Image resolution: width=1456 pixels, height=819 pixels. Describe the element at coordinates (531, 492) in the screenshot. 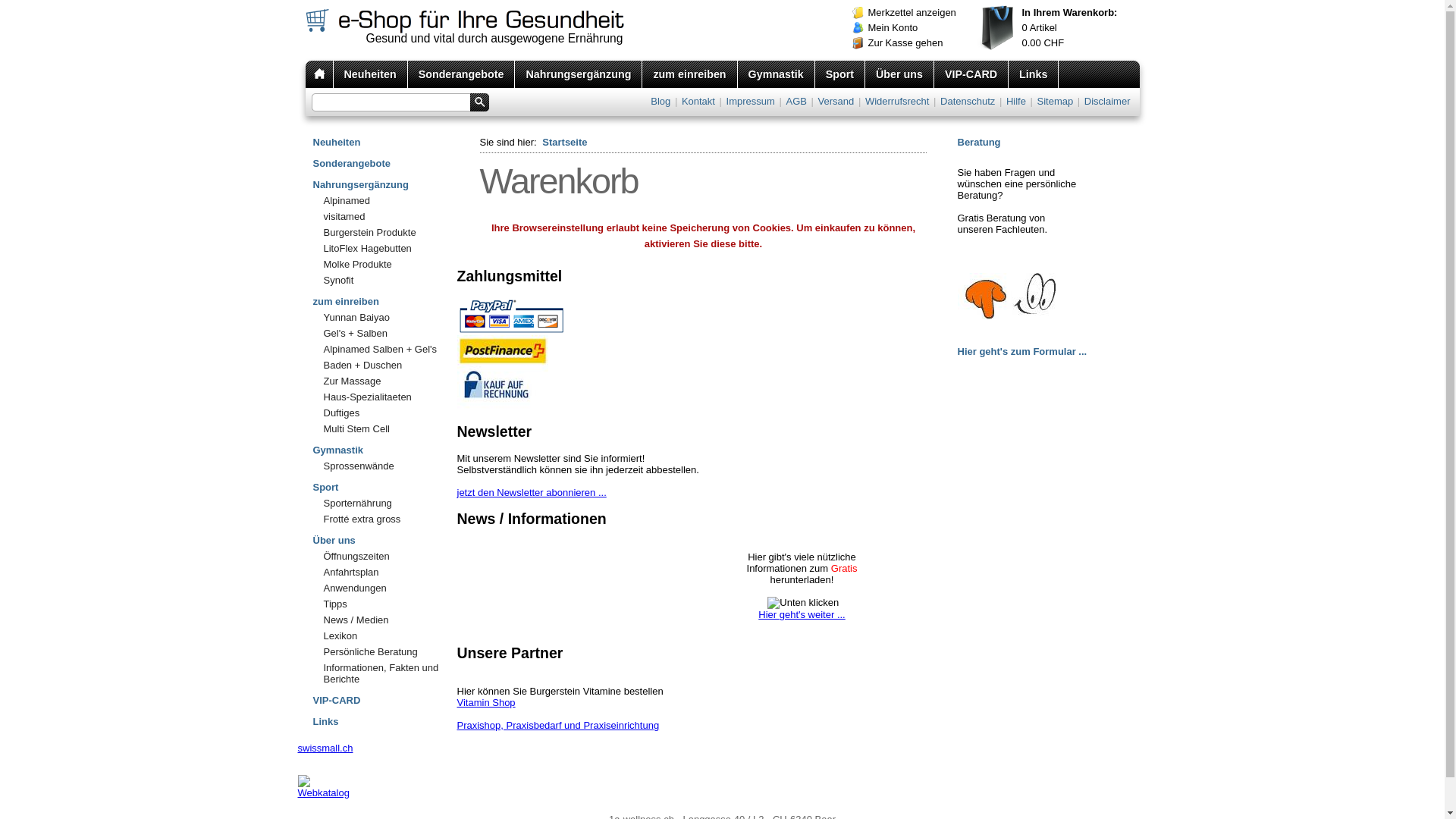

I see `'jetzt den Newsletter abonnieren ...'` at that location.